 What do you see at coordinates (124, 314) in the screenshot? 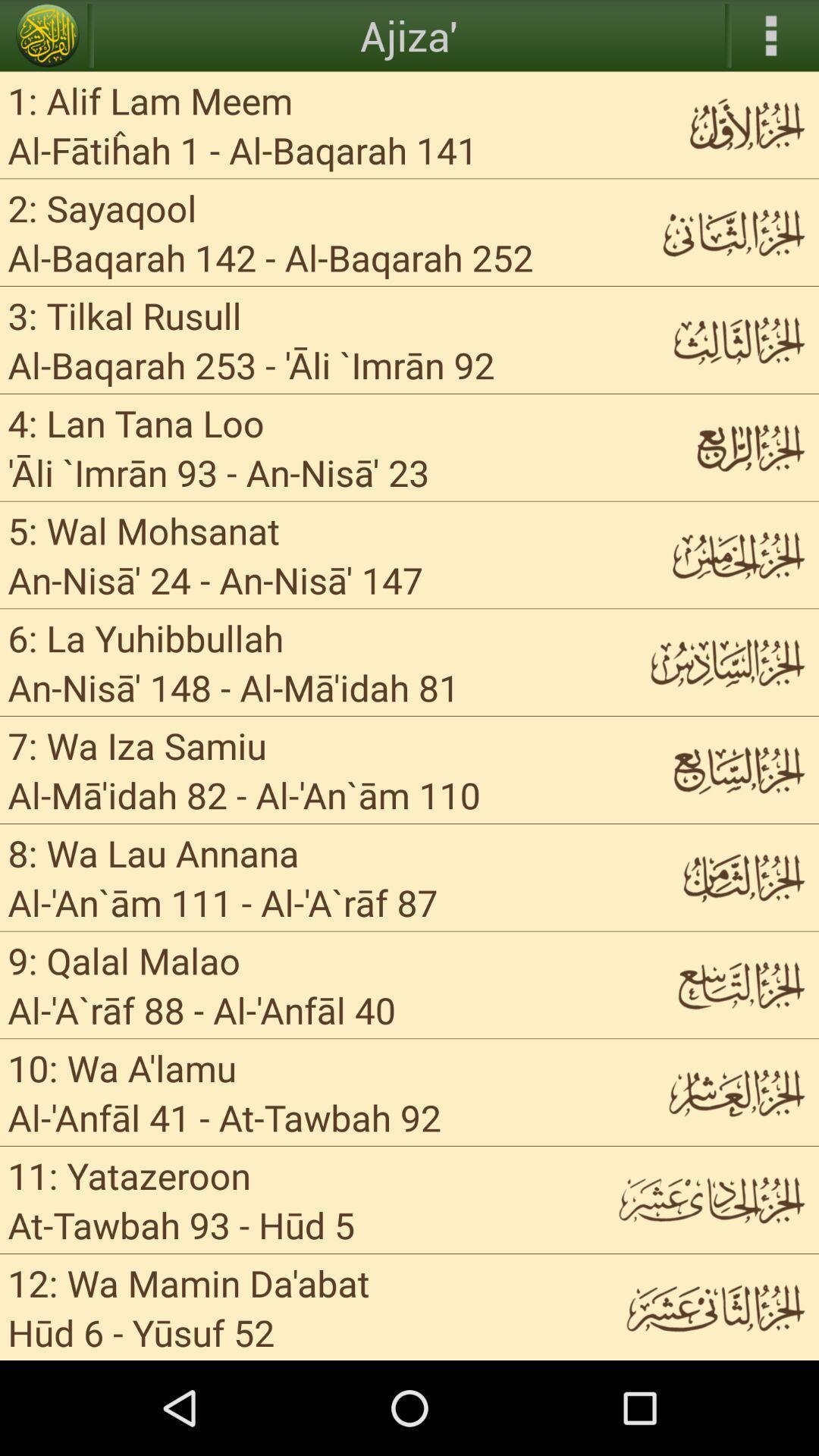
I see `the 3: tilkal rusull item` at bounding box center [124, 314].